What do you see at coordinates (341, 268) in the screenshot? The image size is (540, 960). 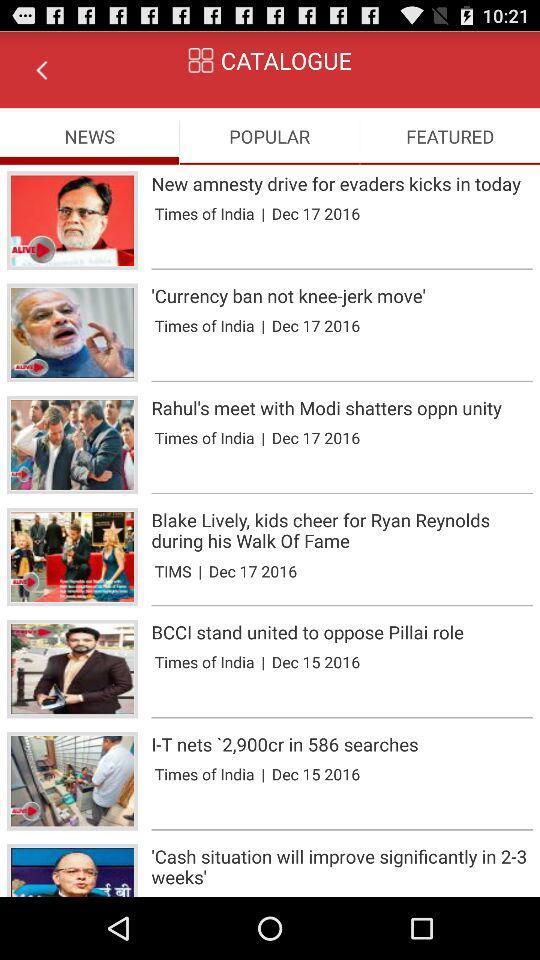 I see `item above currency ban not` at bounding box center [341, 268].